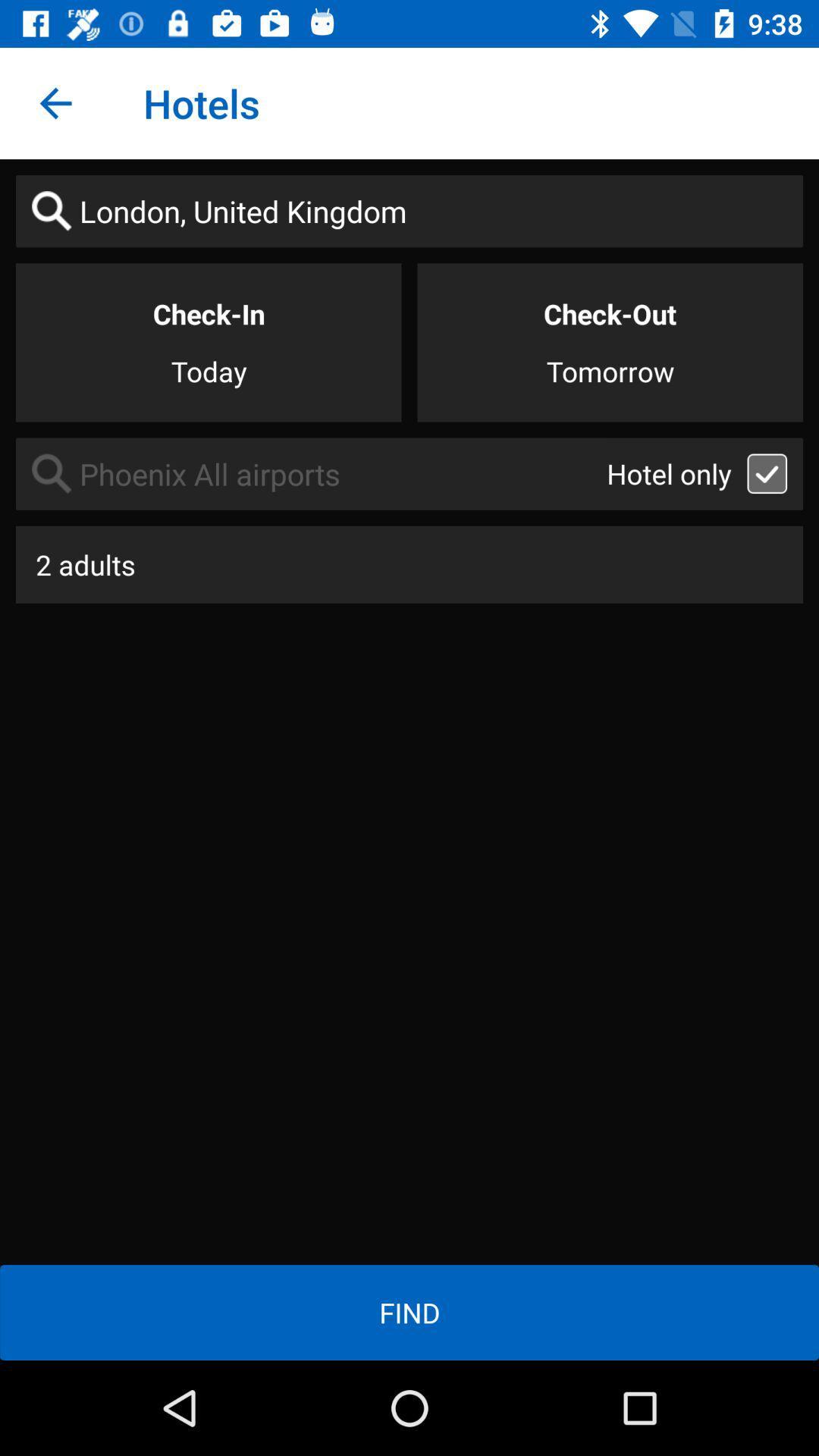 The width and height of the screenshot is (819, 1456). I want to click on phoenix all airports, so click(310, 473).